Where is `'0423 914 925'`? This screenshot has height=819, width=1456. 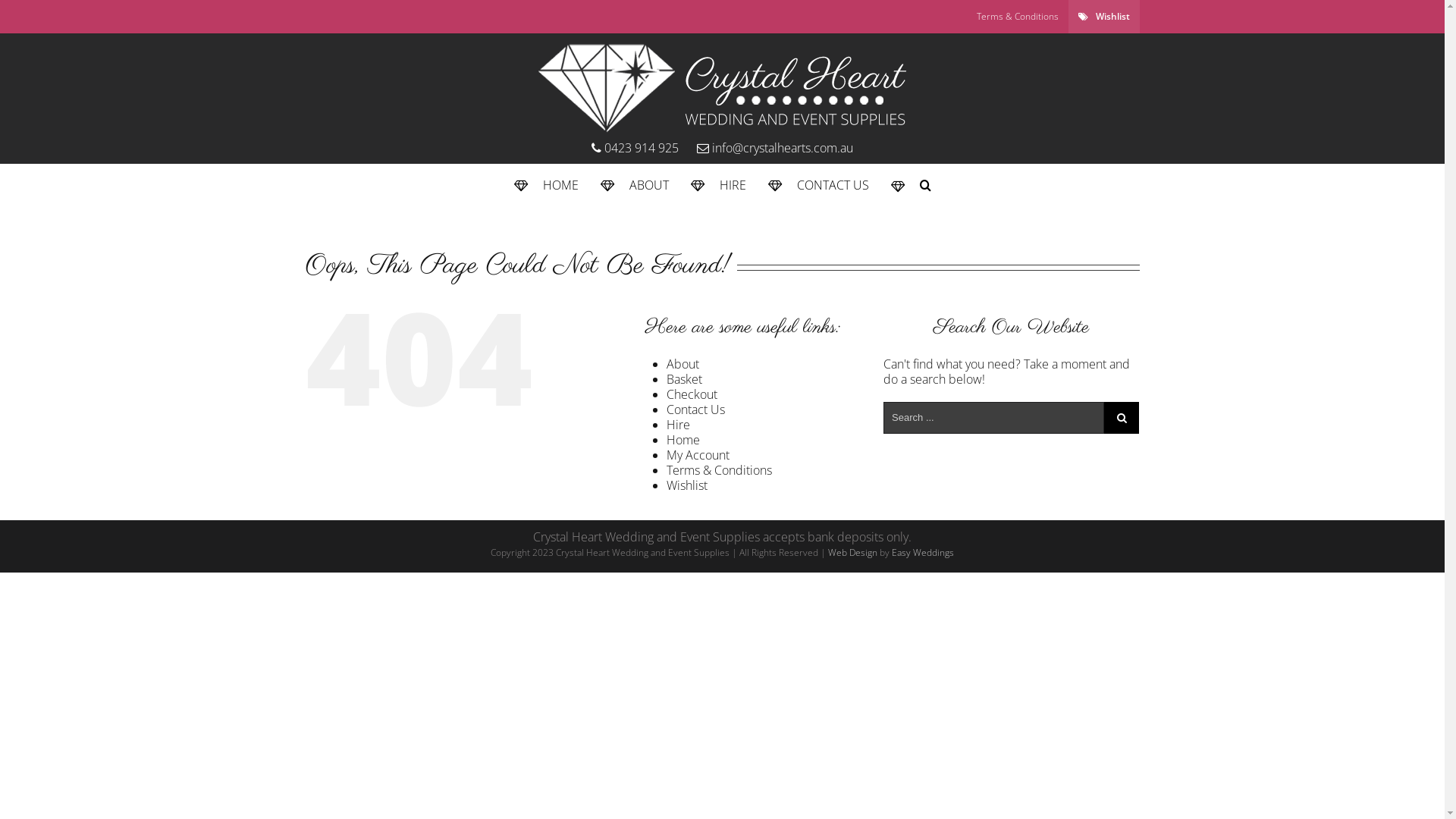 '0423 914 925' is located at coordinates (590, 148).